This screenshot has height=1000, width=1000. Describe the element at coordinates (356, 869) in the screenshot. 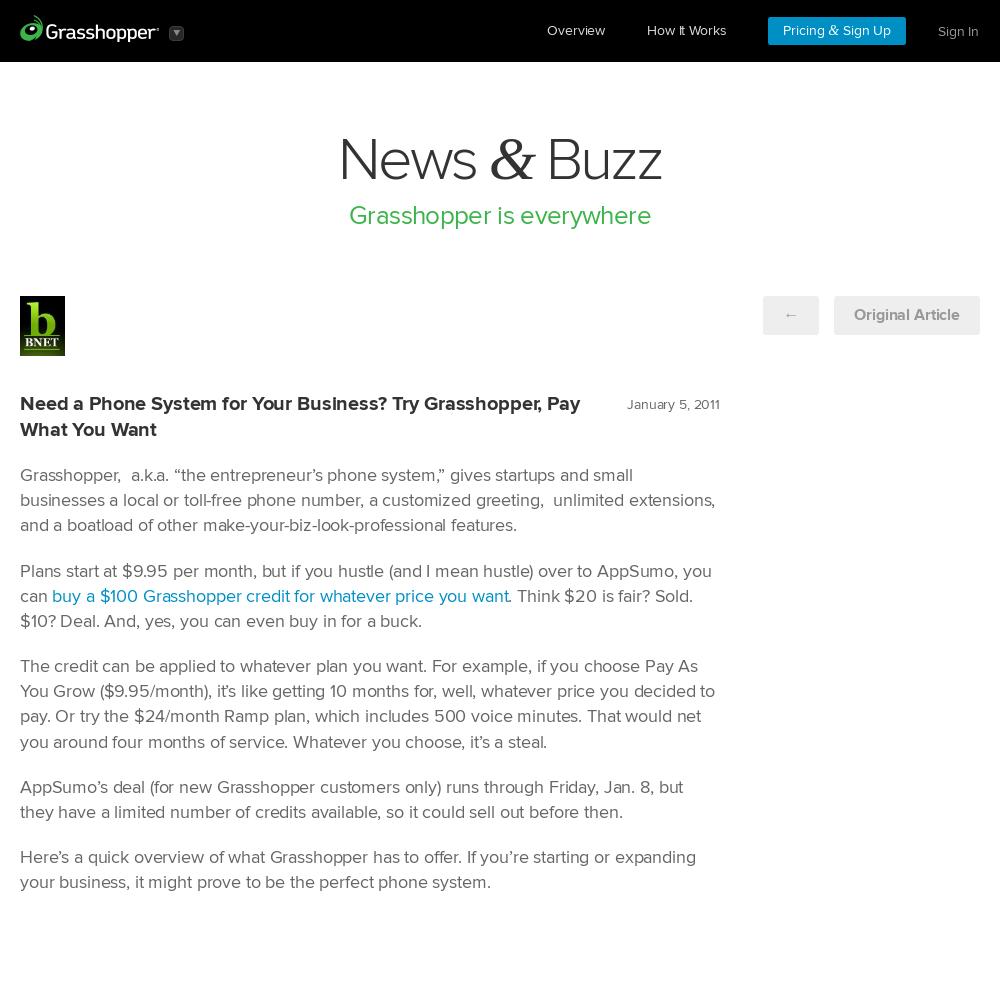

I see `'Here’s a quick overview of what Grasshopper has to offer. If you’re starting or expanding your business, it might prove to be the perfect phone system.'` at that location.